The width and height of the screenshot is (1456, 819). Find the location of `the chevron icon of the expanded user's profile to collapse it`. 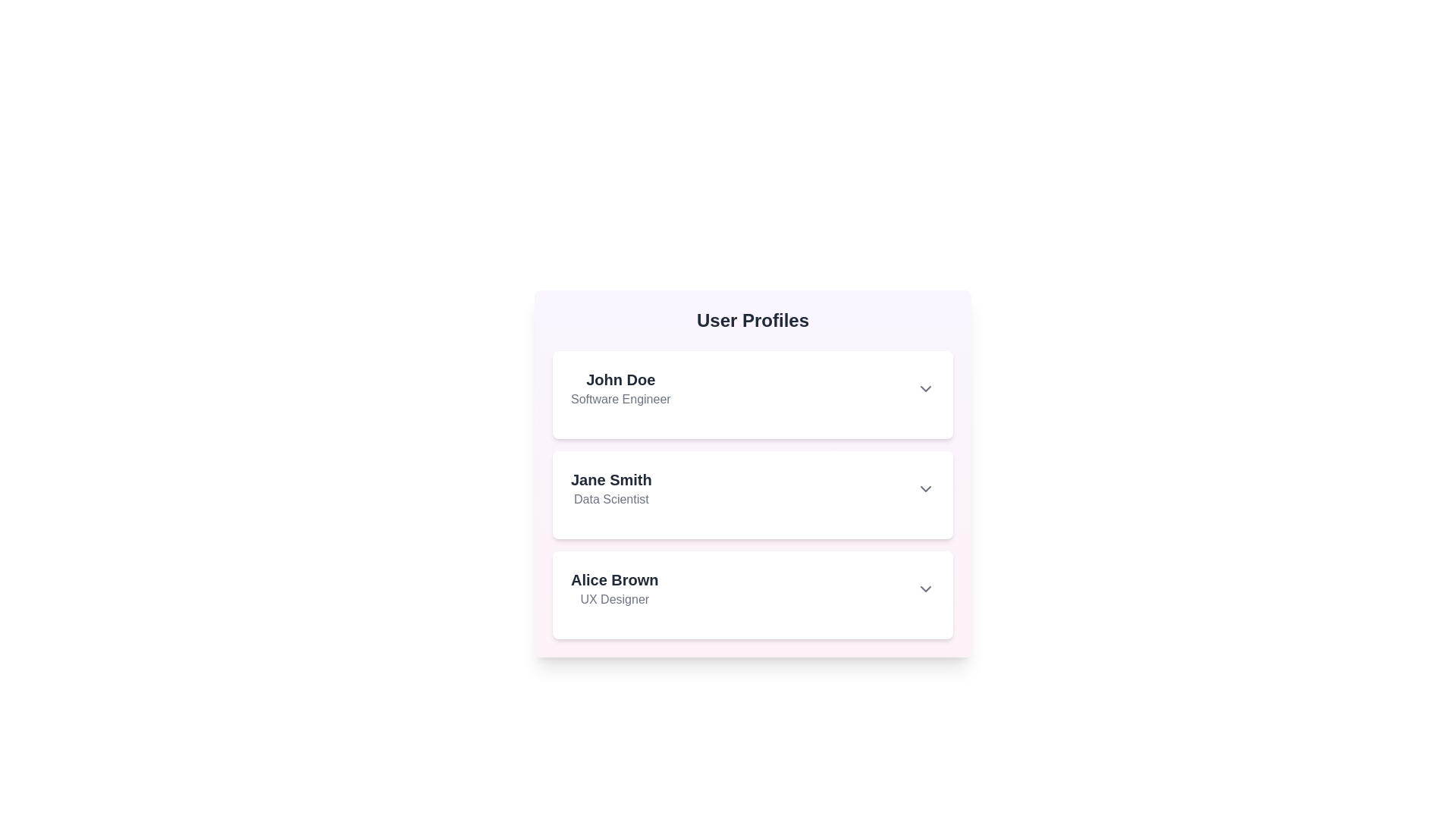

the chevron icon of the expanded user's profile to collapse it is located at coordinates (924, 388).